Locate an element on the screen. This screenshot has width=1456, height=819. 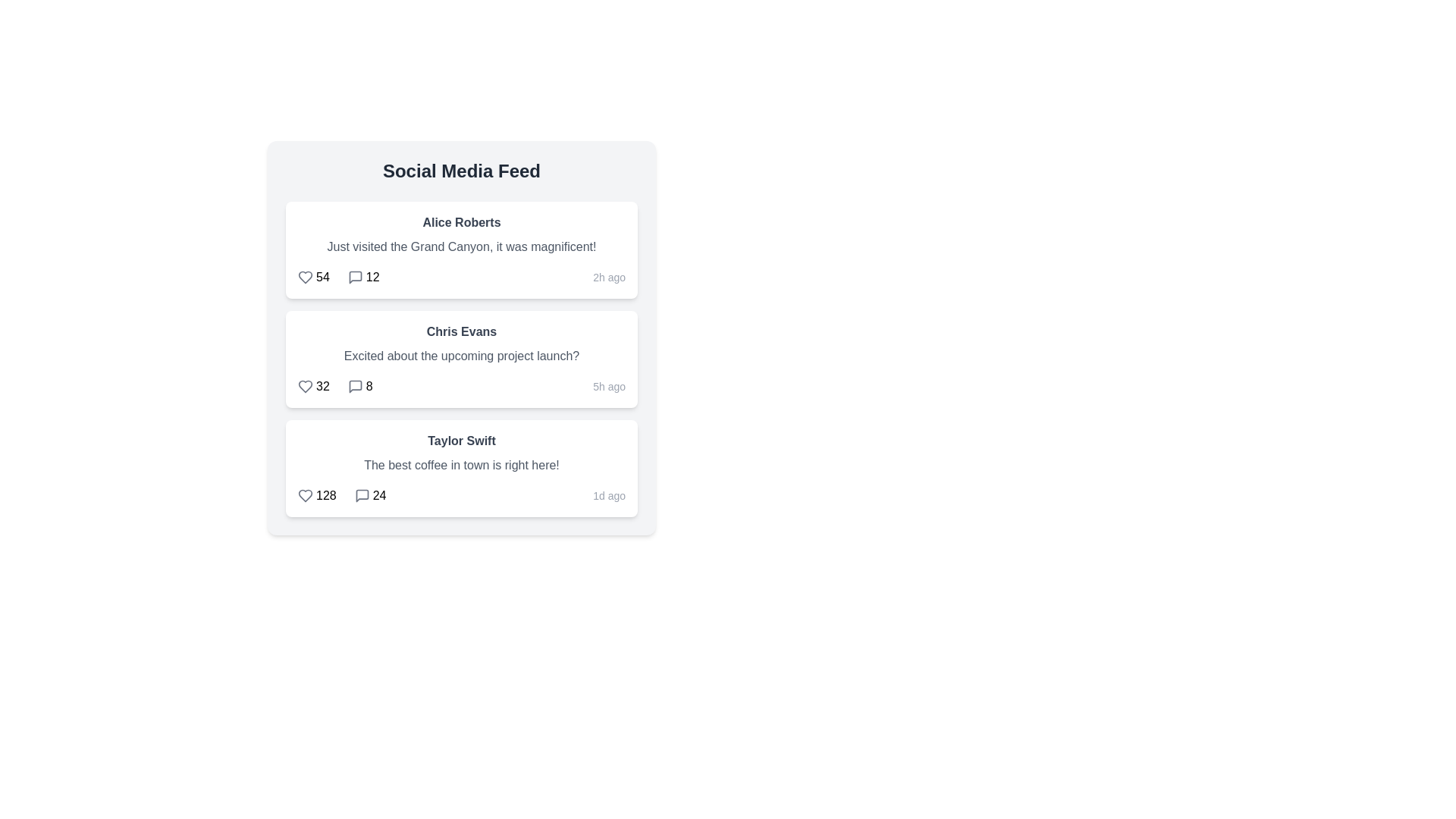
the like icon for the post by Taylor Swift is located at coordinates (305, 496).